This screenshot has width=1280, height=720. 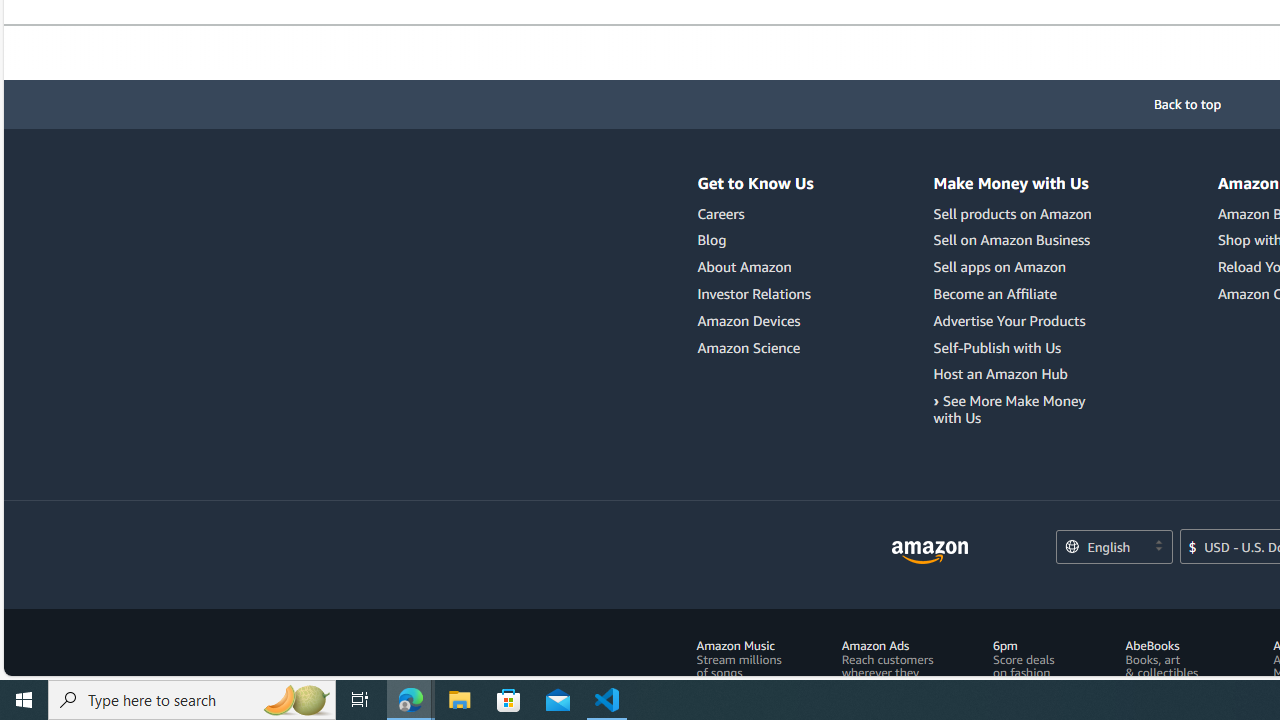 What do you see at coordinates (1015, 239) in the screenshot?
I see `'Sell on Amazon Business'` at bounding box center [1015, 239].